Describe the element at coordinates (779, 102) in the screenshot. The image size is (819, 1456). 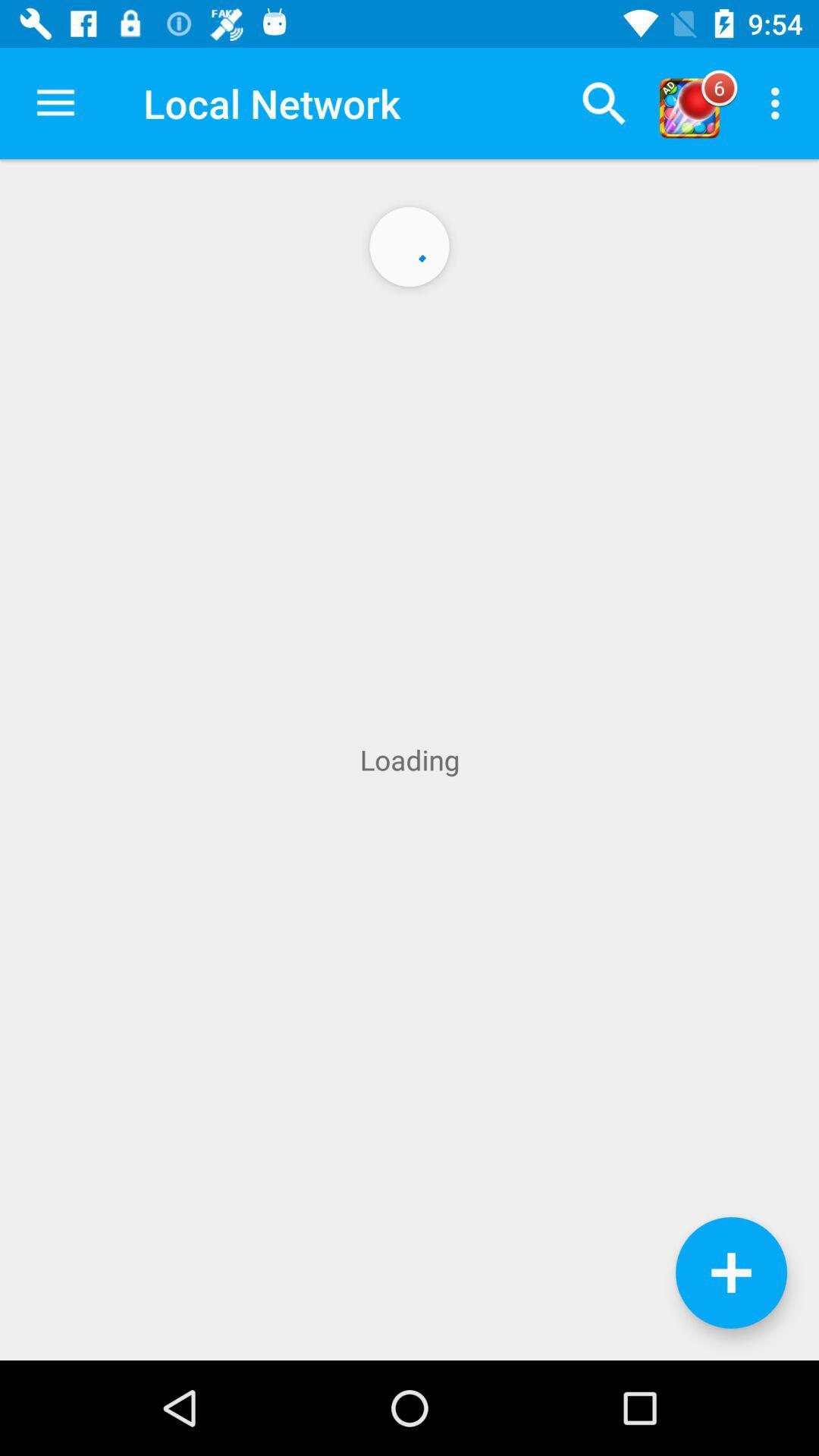
I see `the icon above loading icon` at that location.